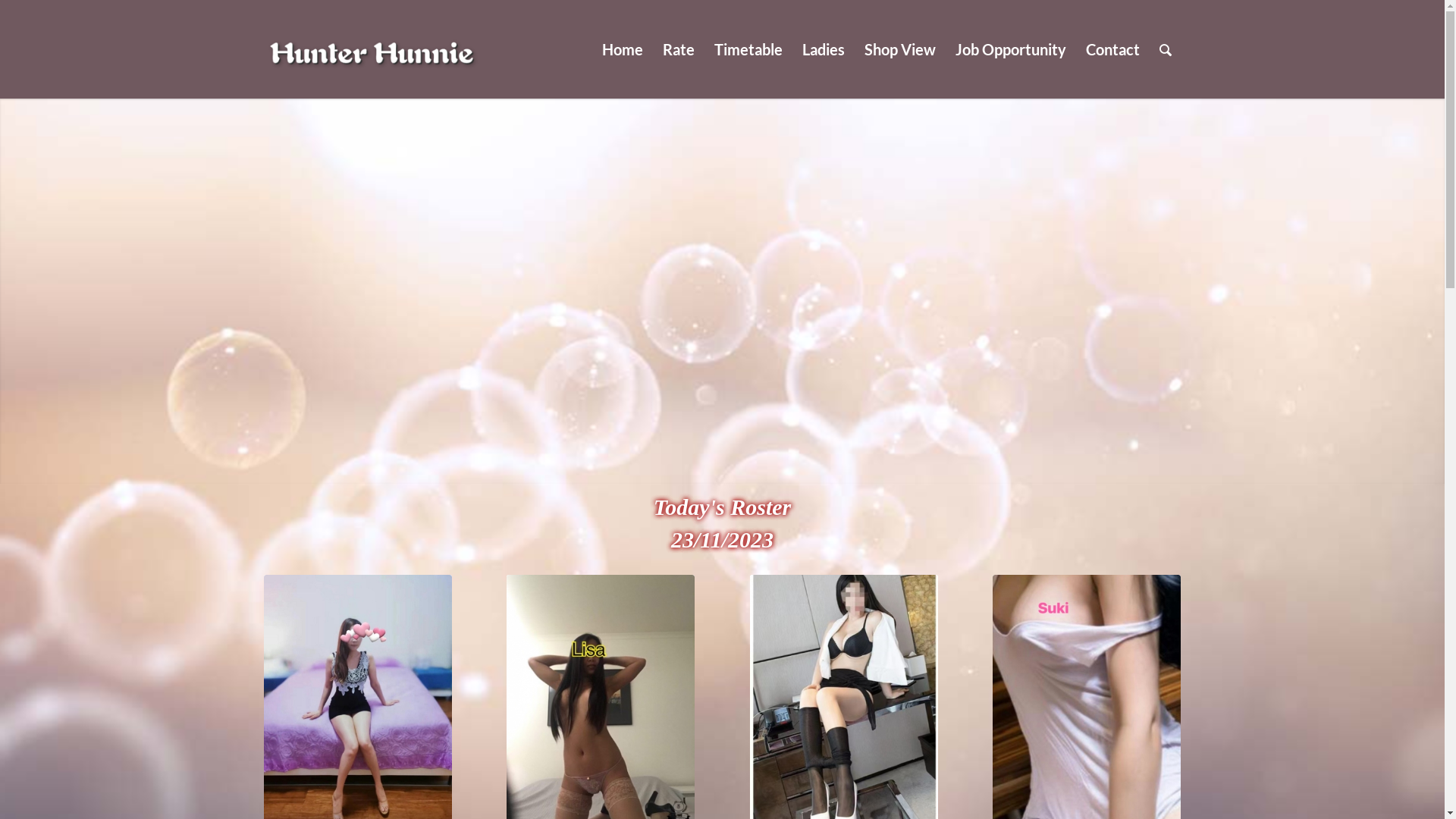 The width and height of the screenshot is (1456, 819). Describe the element at coordinates (622, 49) in the screenshot. I see `'Home'` at that location.